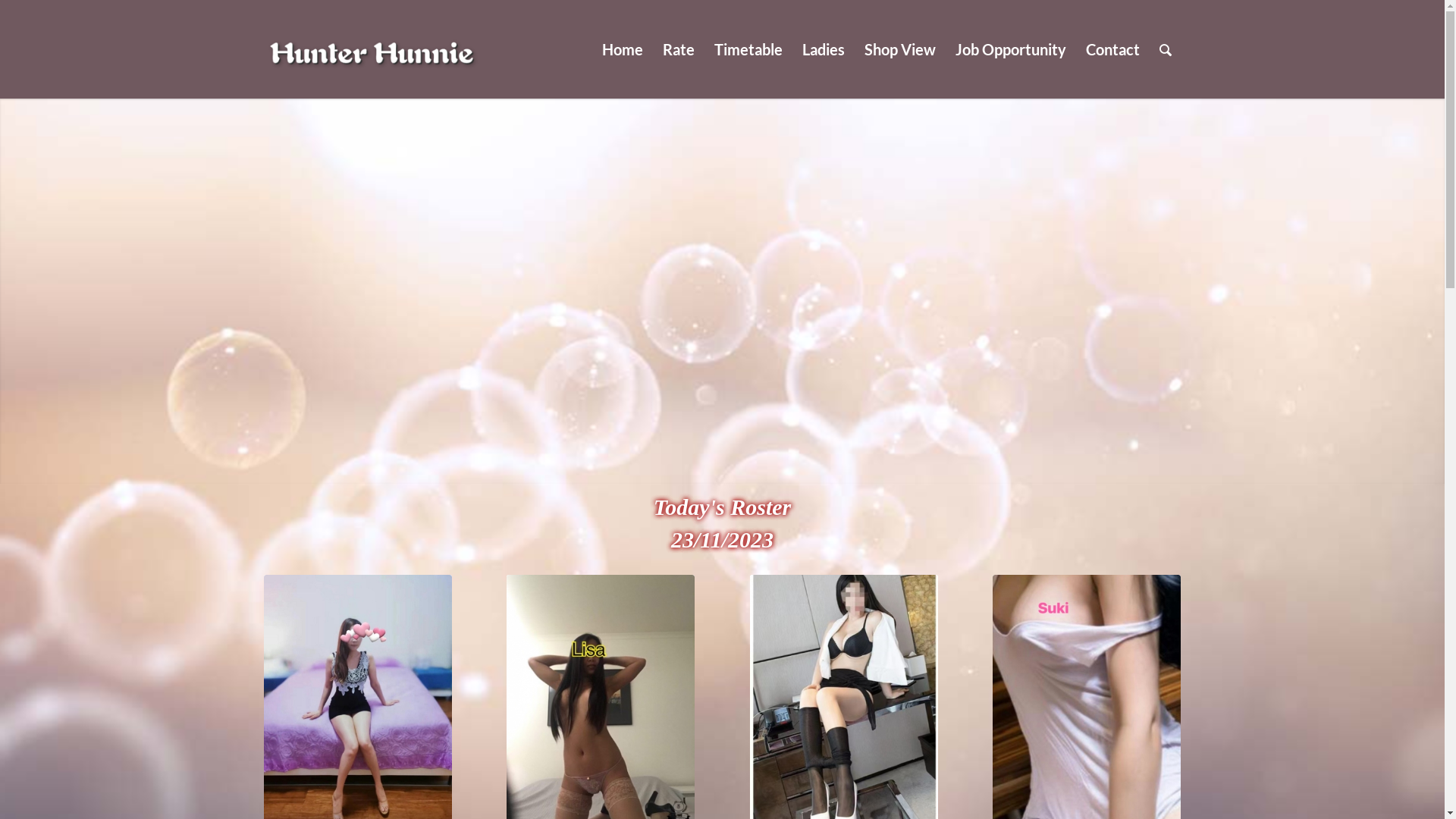 The width and height of the screenshot is (1456, 819). Describe the element at coordinates (622, 49) in the screenshot. I see `'Home'` at that location.